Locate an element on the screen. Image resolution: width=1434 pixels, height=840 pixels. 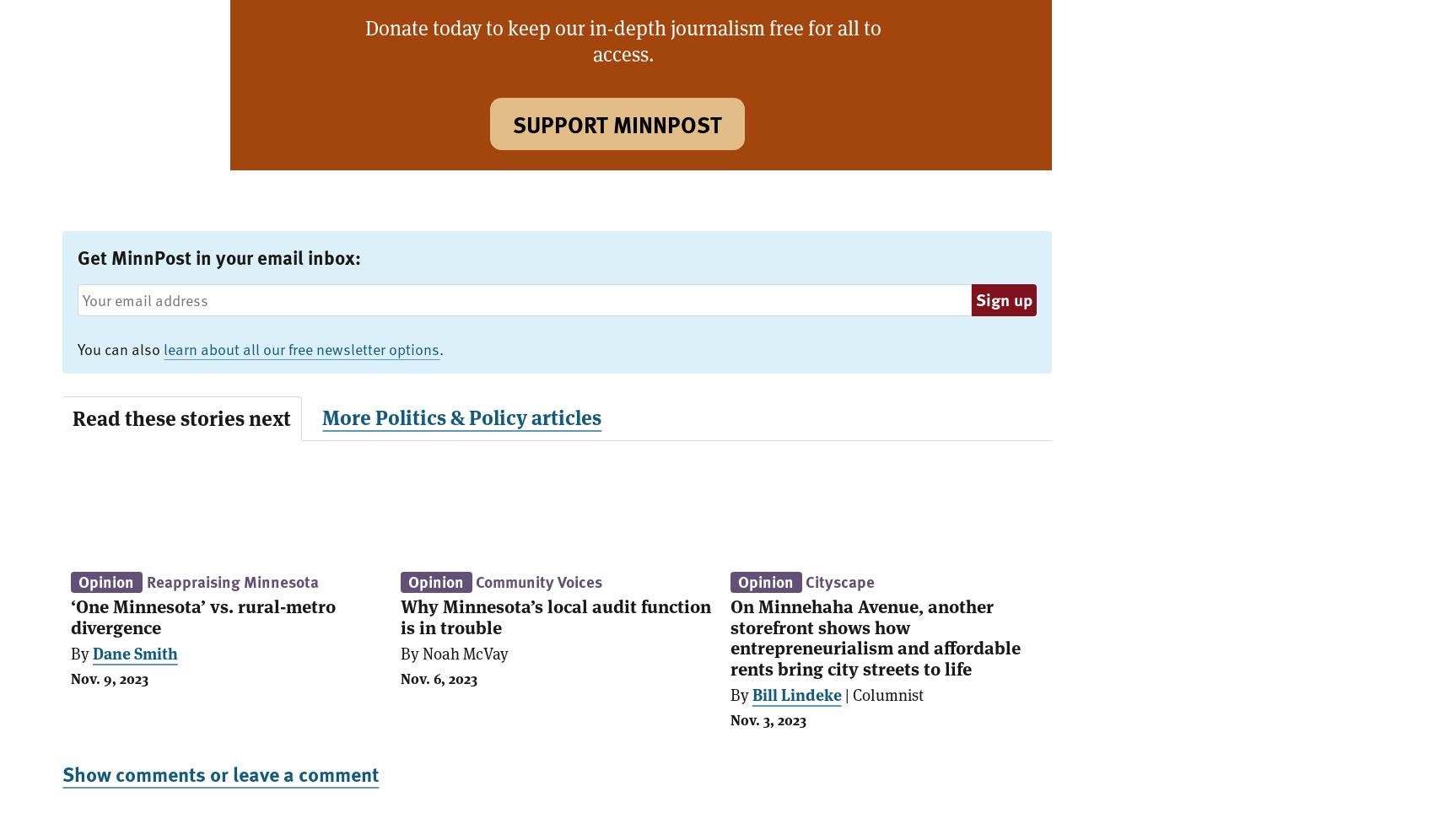
'Community Voices' is located at coordinates (539, 581).